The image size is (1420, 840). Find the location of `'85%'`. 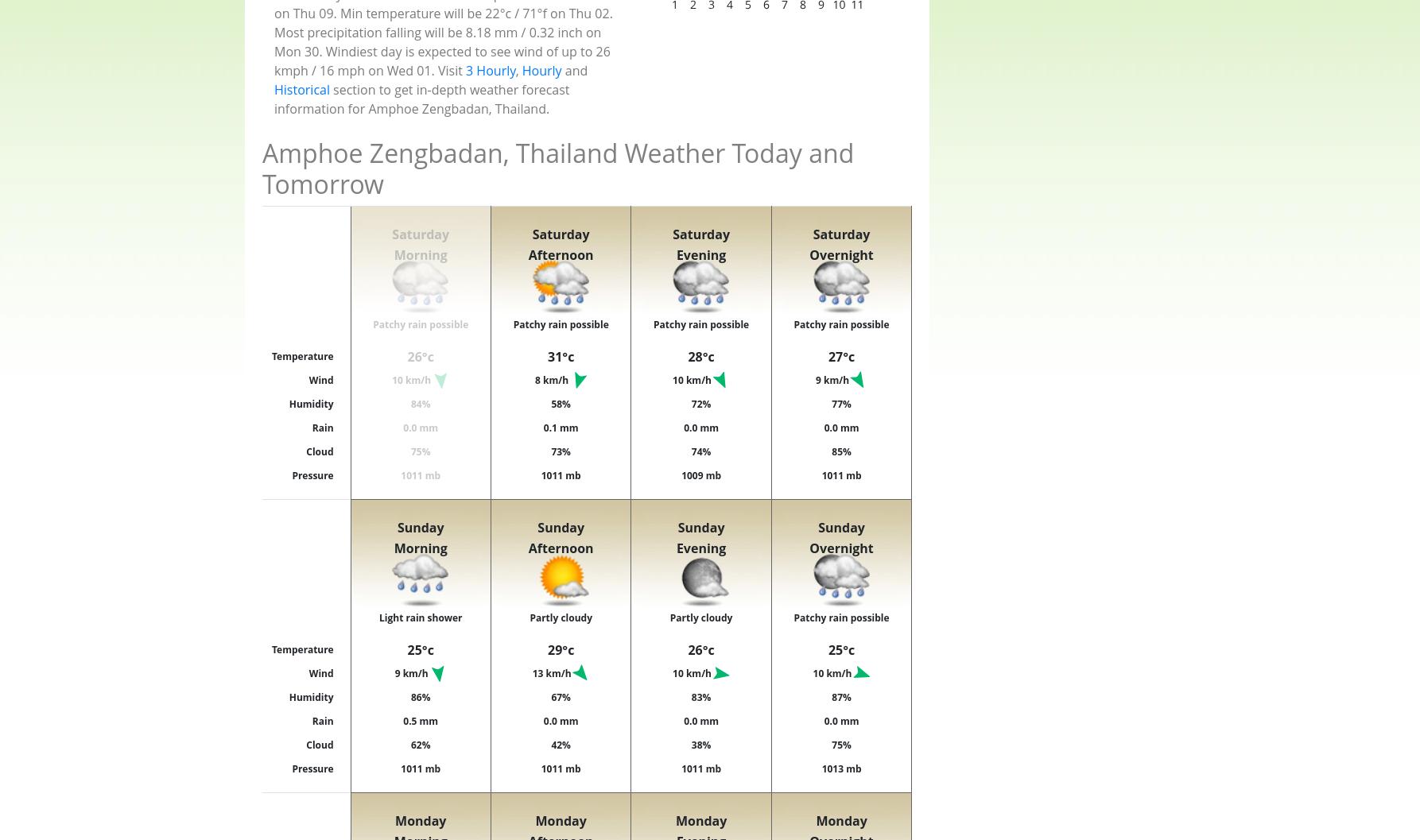

'85%' is located at coordinates (840, 450).